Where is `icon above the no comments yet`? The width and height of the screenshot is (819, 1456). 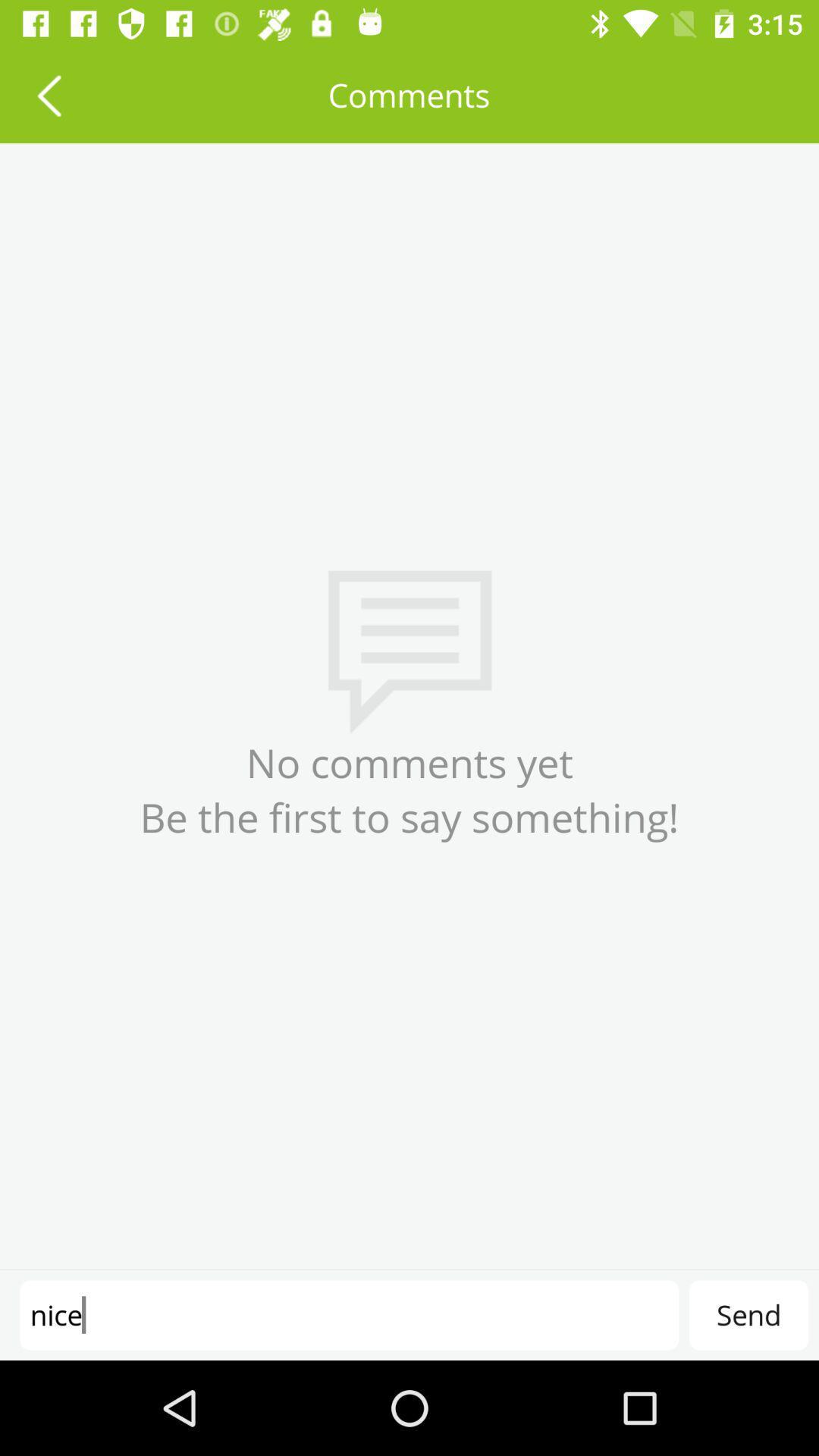 icon above the no comments yet is located at coordinates (48, 94).